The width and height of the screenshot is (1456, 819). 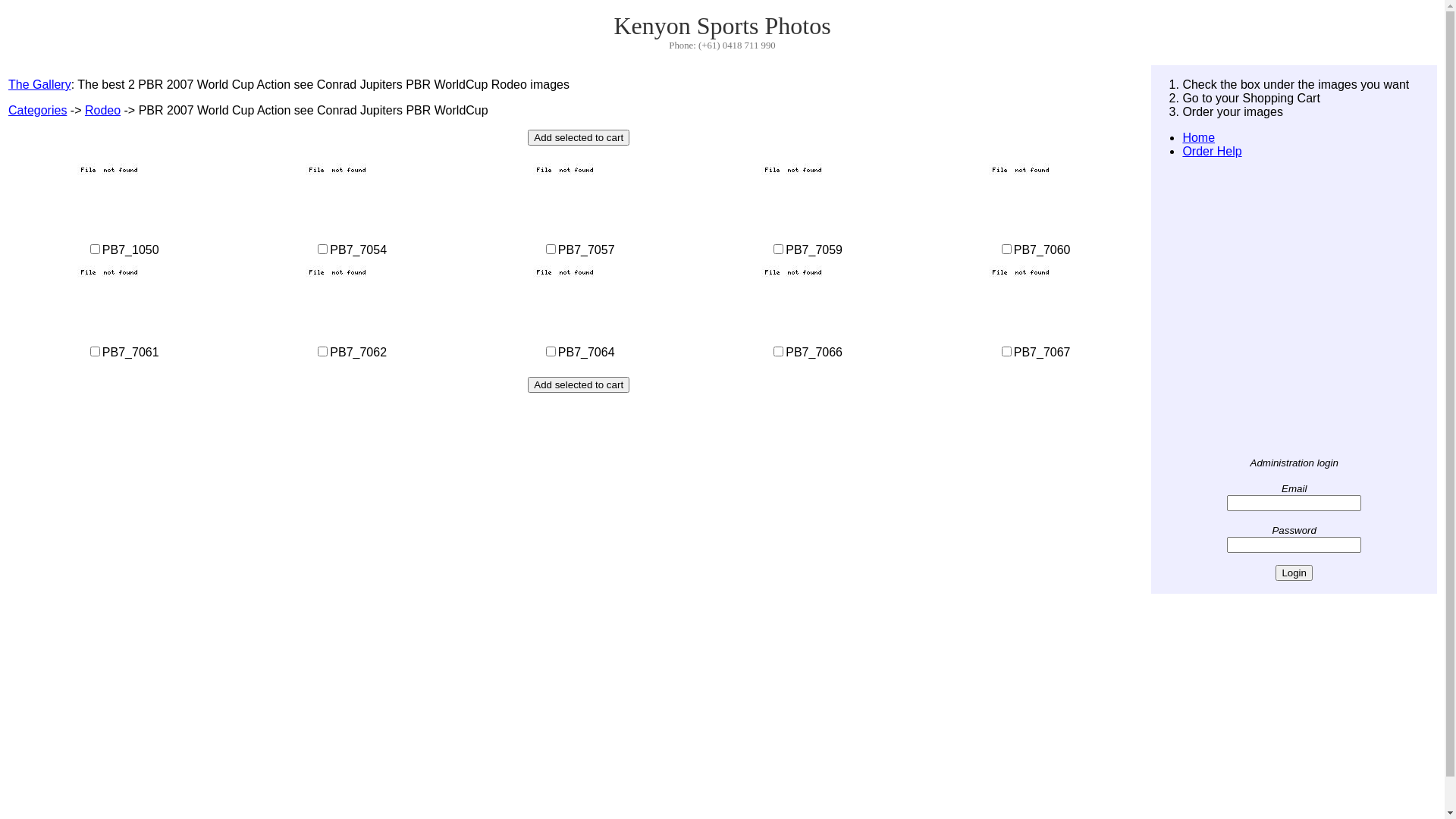 I want to click on 'Rodeo', so click(x=102, y=109).